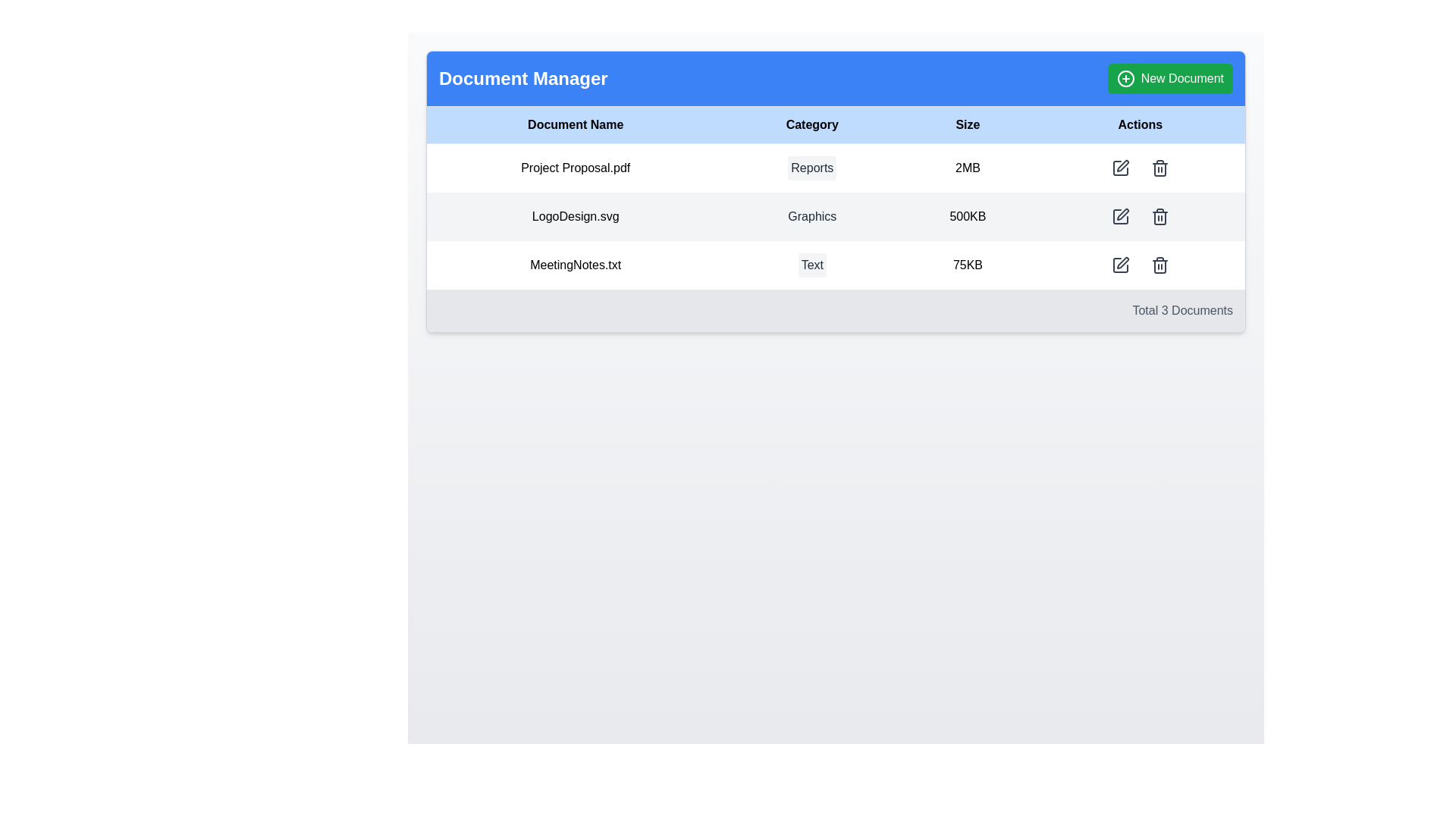  I want to click on the 'Document Name' text label, which is displayed in bold and centered within a light blue rectangular background in the upper-left section of the table header, so click(575, 124).